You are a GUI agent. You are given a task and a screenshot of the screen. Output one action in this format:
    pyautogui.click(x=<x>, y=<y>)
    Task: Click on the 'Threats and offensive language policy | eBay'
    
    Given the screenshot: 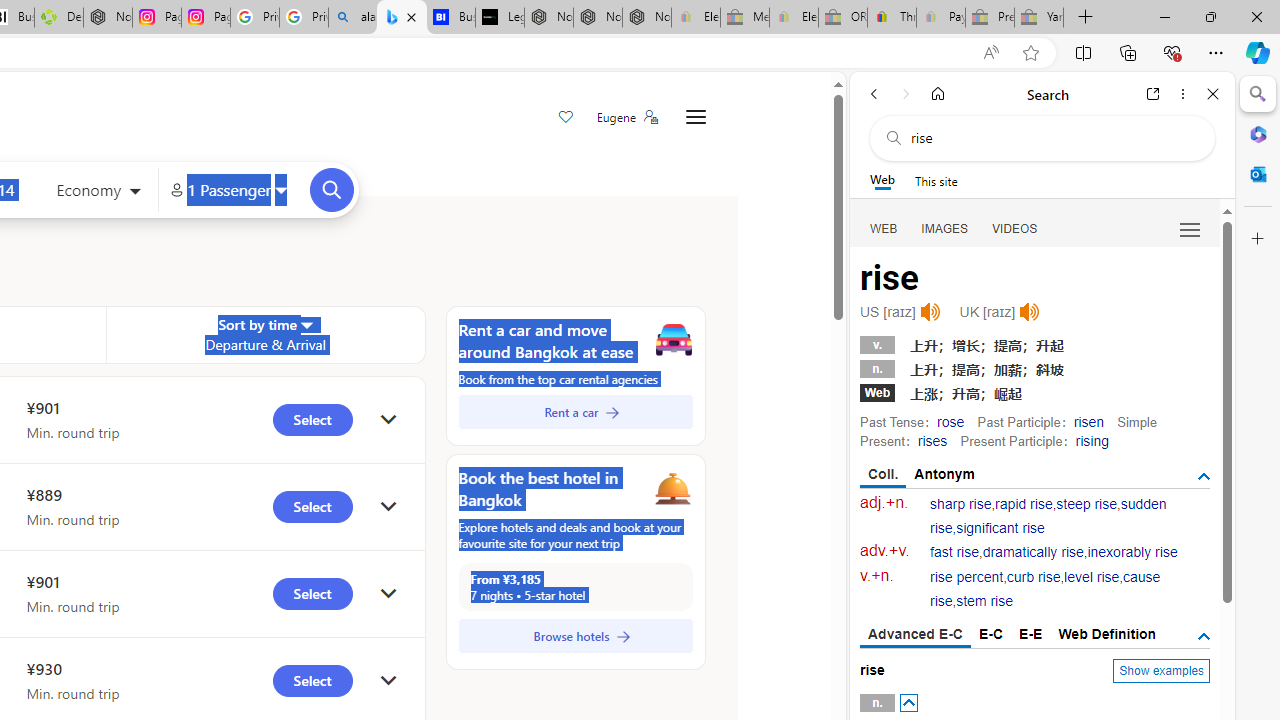 What is the action you would take?
    pyautogui.click(x=891, y=17)
    